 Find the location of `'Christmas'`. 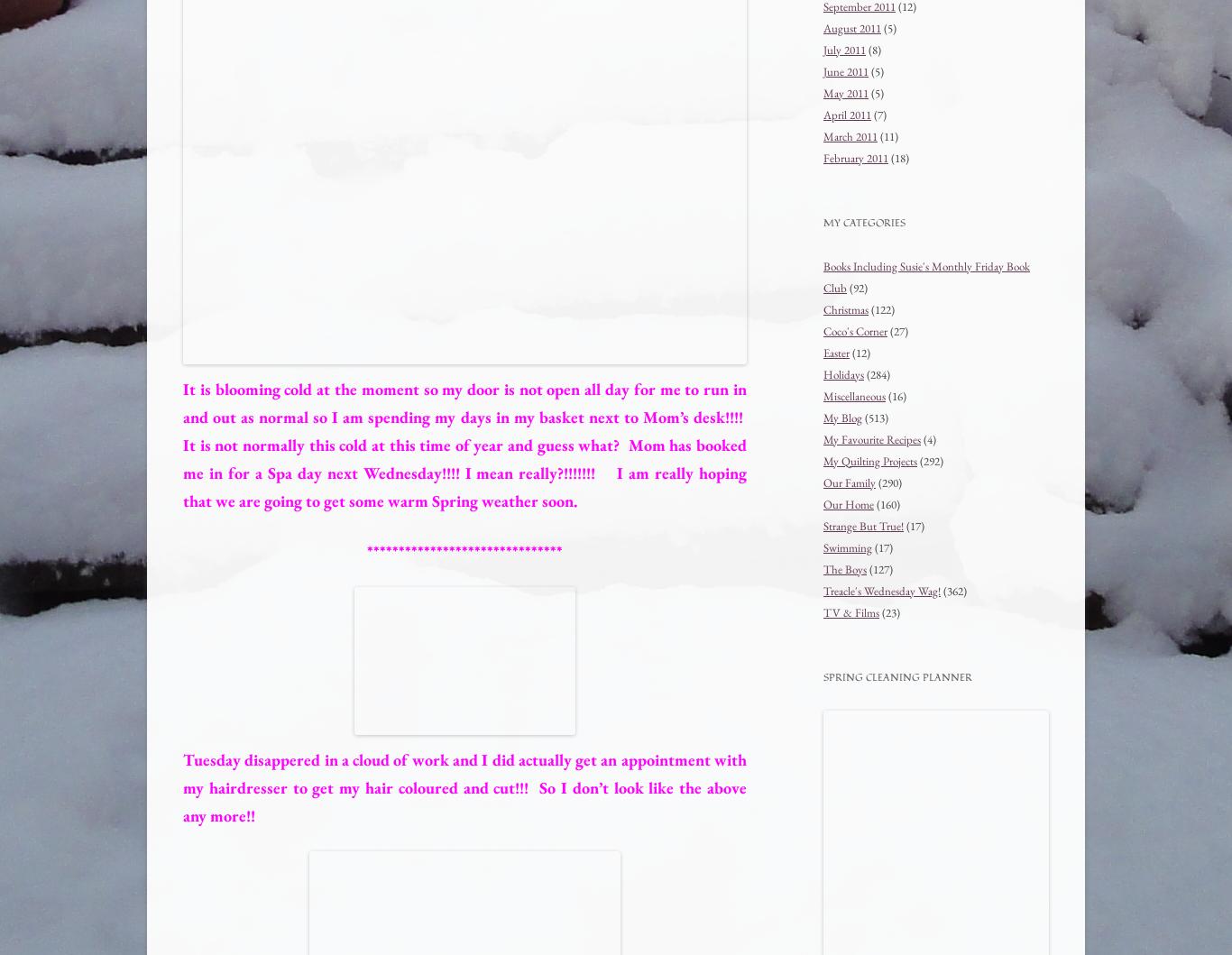

'Christmas' is located at coordinates (846, 308).